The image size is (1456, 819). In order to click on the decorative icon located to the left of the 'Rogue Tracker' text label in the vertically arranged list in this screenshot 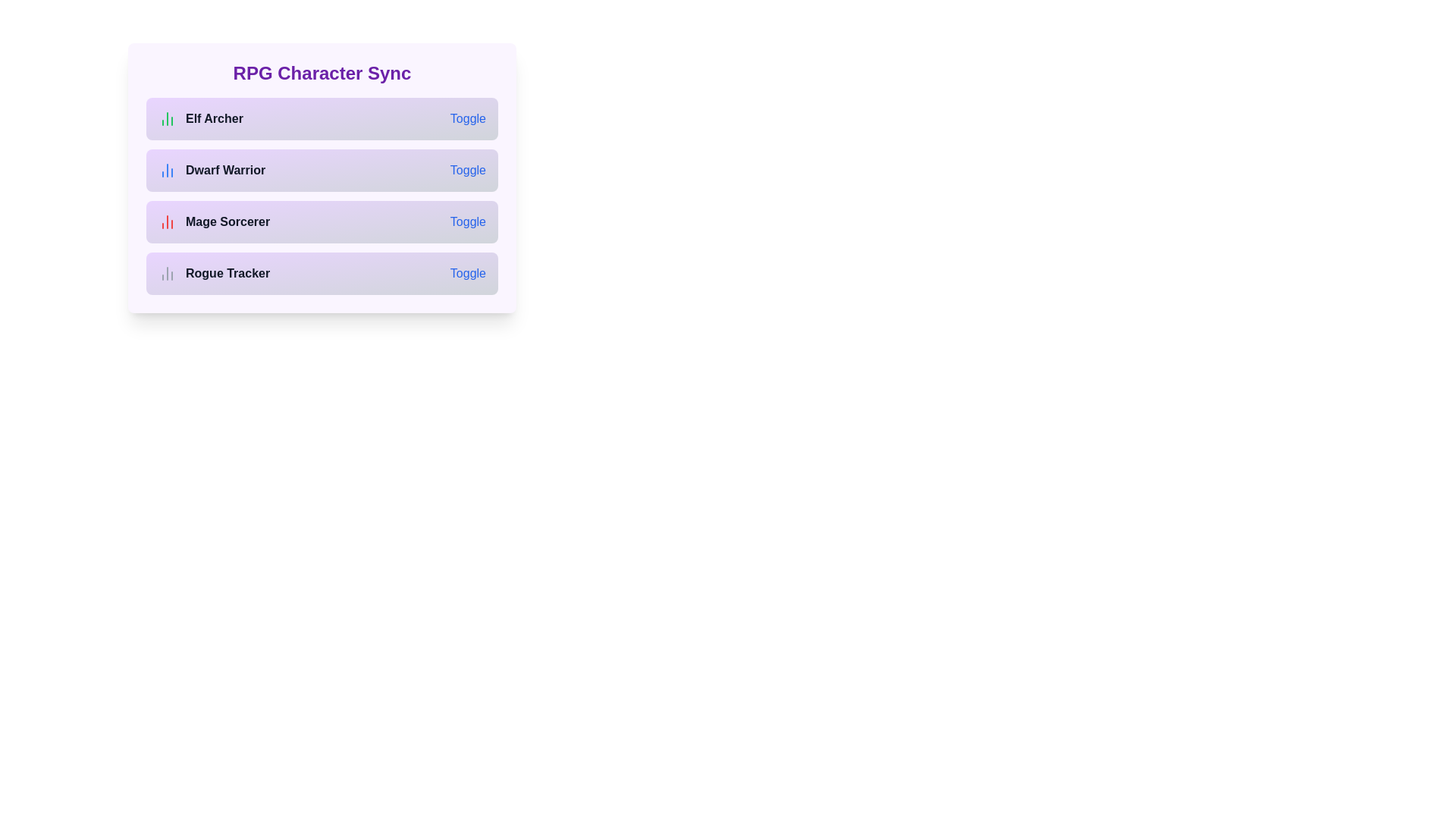, I will do `click(167, 274)`.